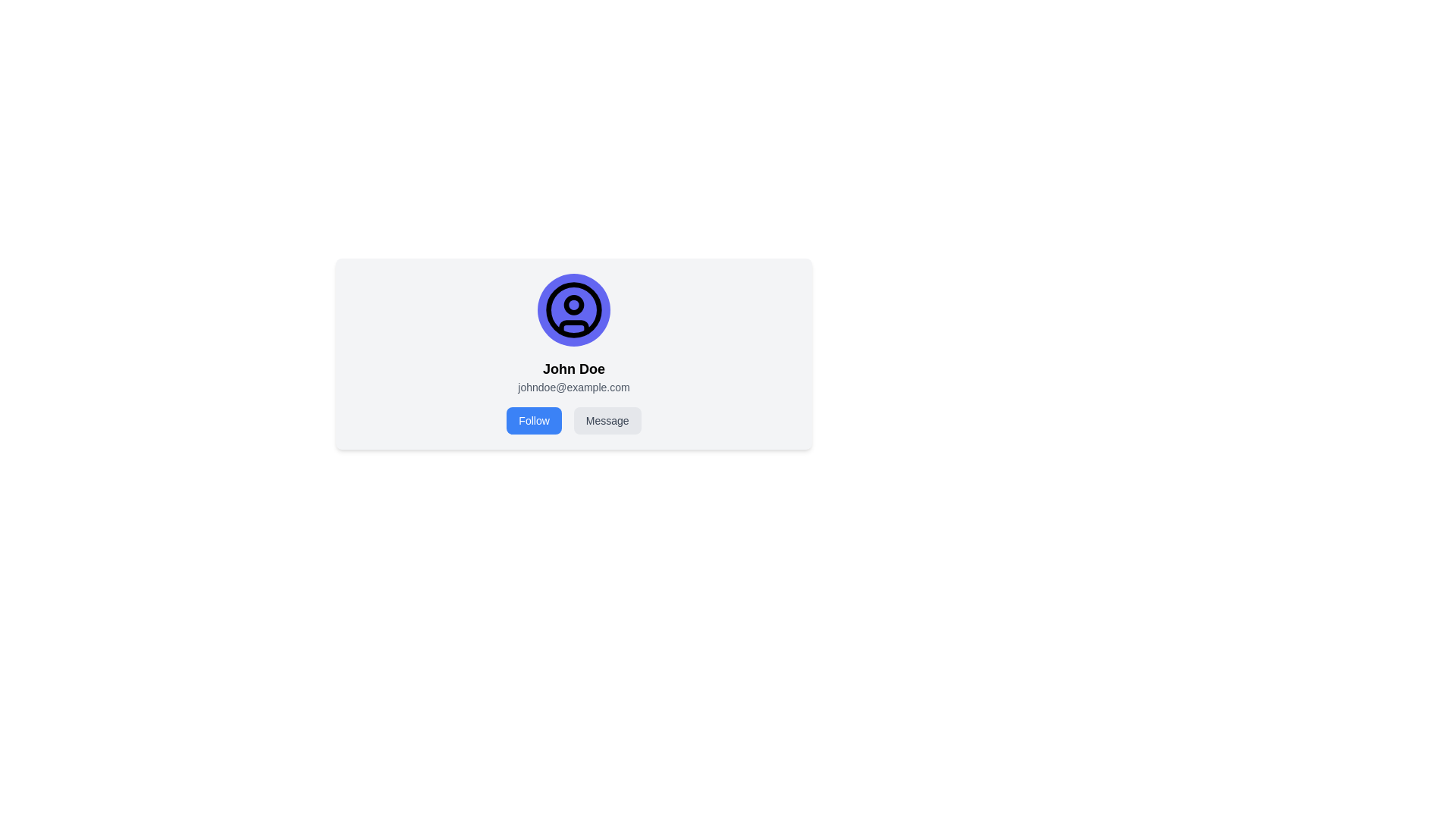 This screenshot has width=1456, height=819. What do you see at coordinates (573, 386) in the screenshot?
I see `the text element displaying 'johndoe@example.com', which is positioned below 'John Doe' in the profile card layout` at bounding box center [573, 386].